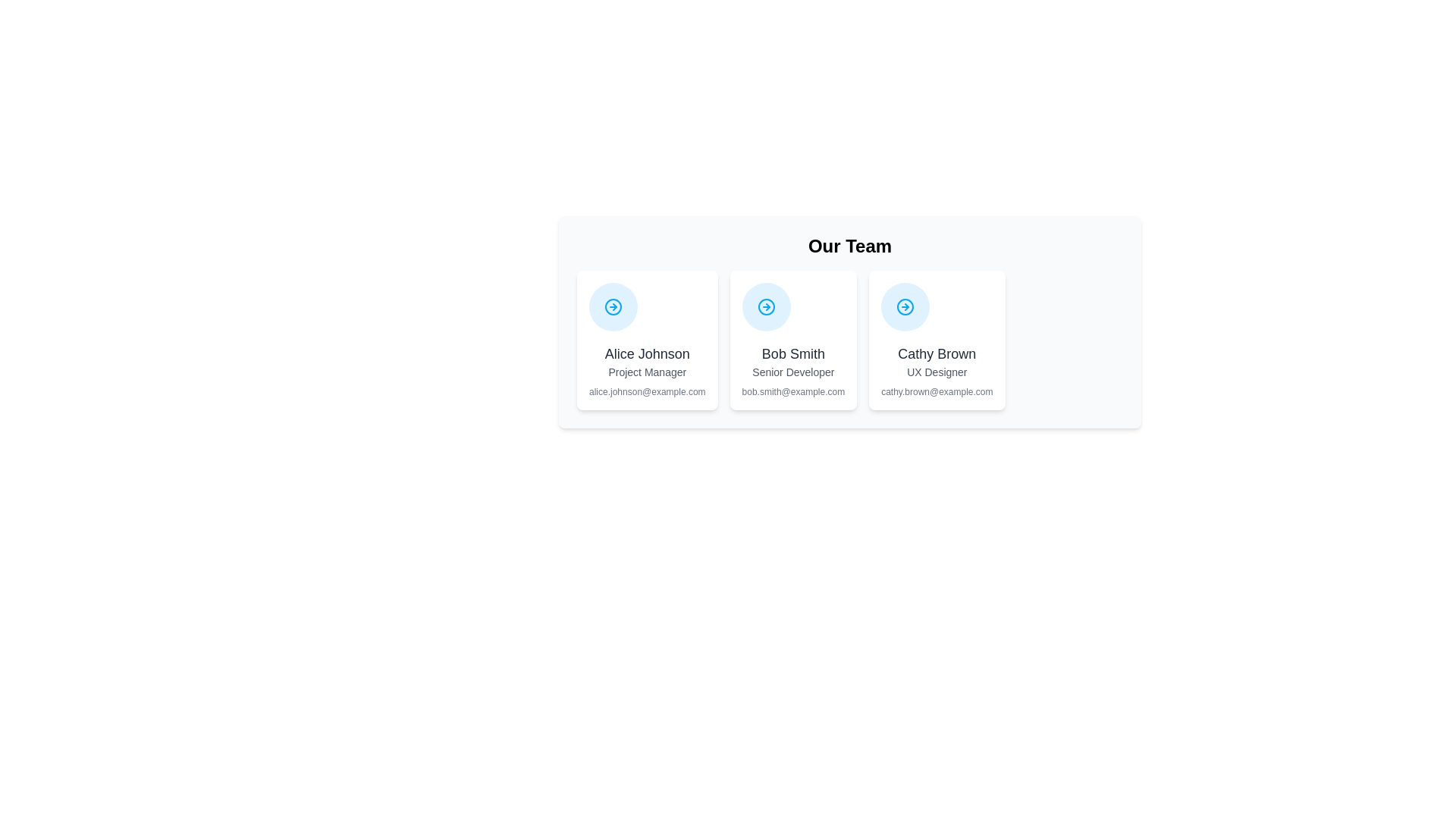  I want to click on the SVG Circle Element that serves as the circular outline of the arrow icon representing navigation within the card for Cathy Brown, so click(905, 307).